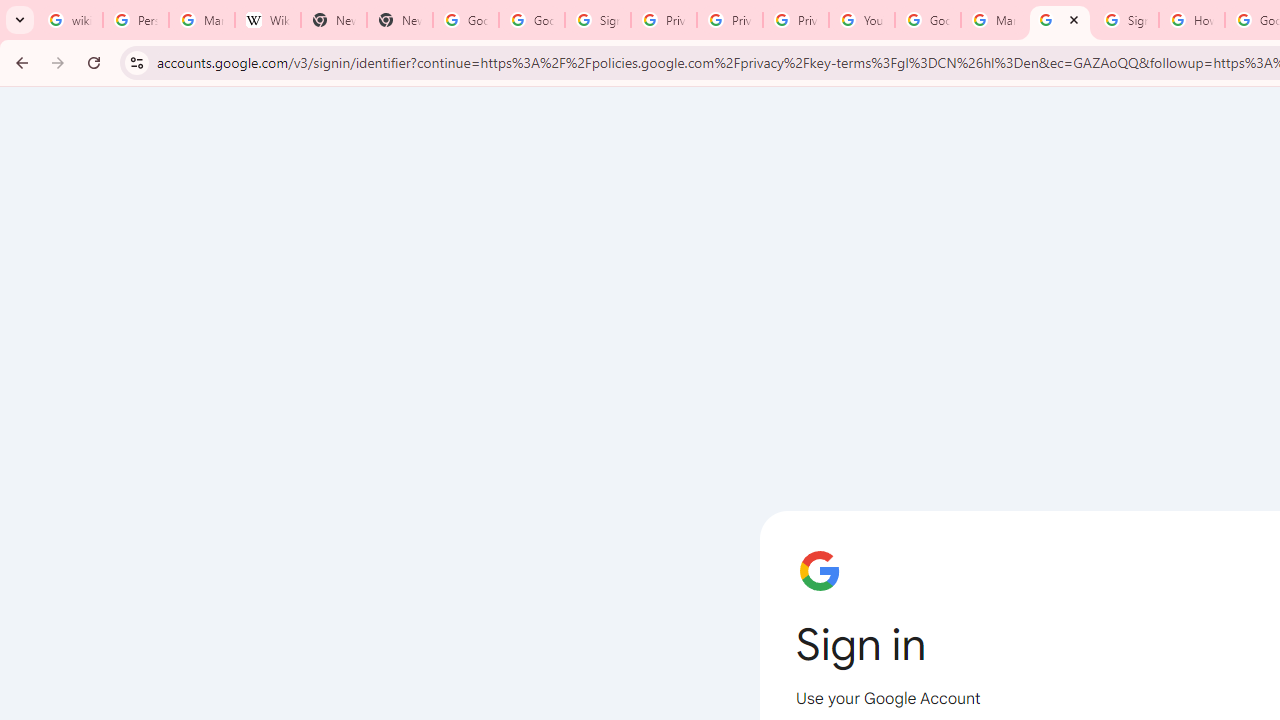 This screenshot has height=720, width=1280. Describe the element at coordinates (531, 20) in the screenshot. I see `'Google Drive: Sign-in'` at that location.